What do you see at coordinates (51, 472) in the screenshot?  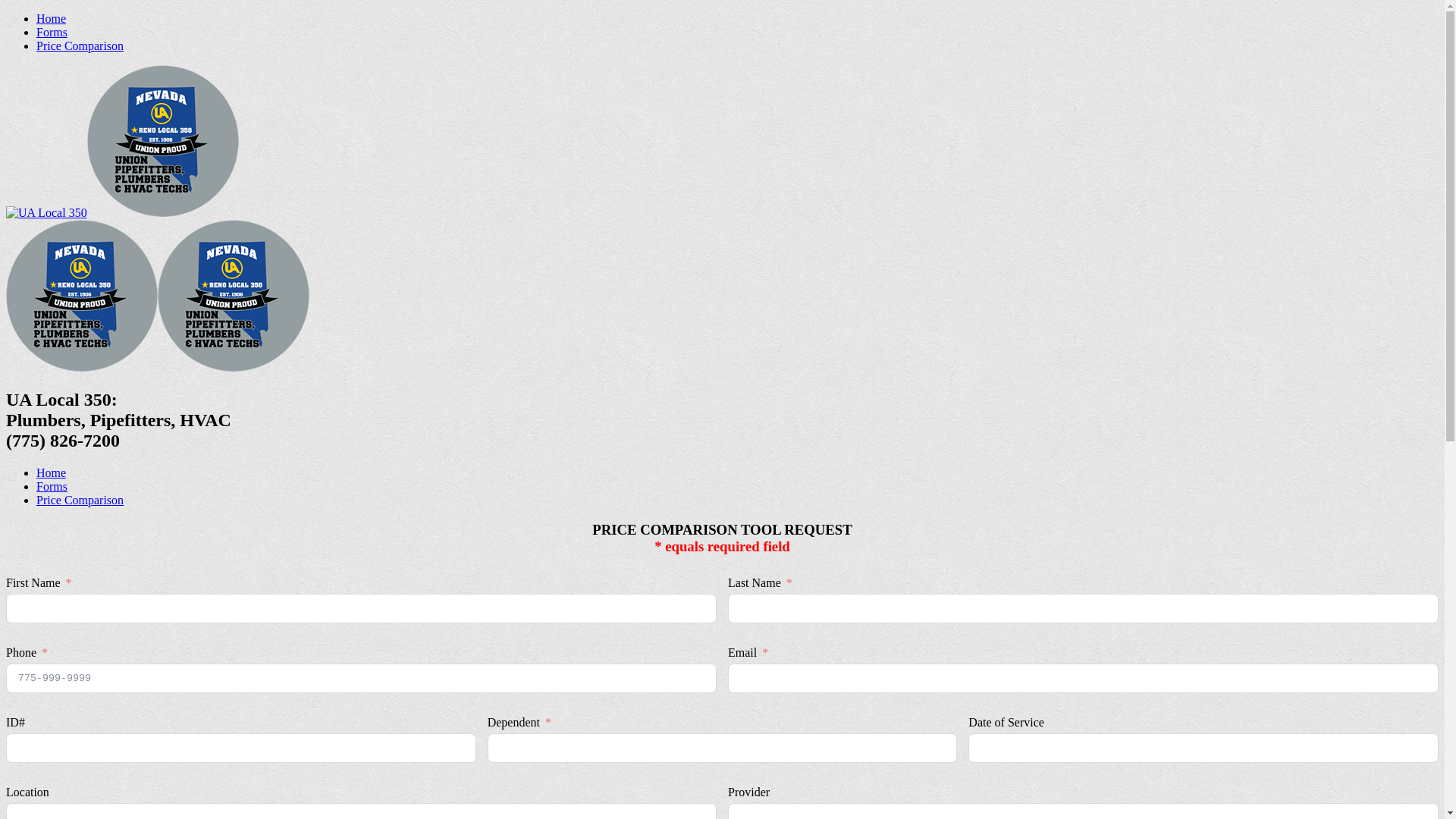 I see `'Home'` at bounding box center [51, 472].